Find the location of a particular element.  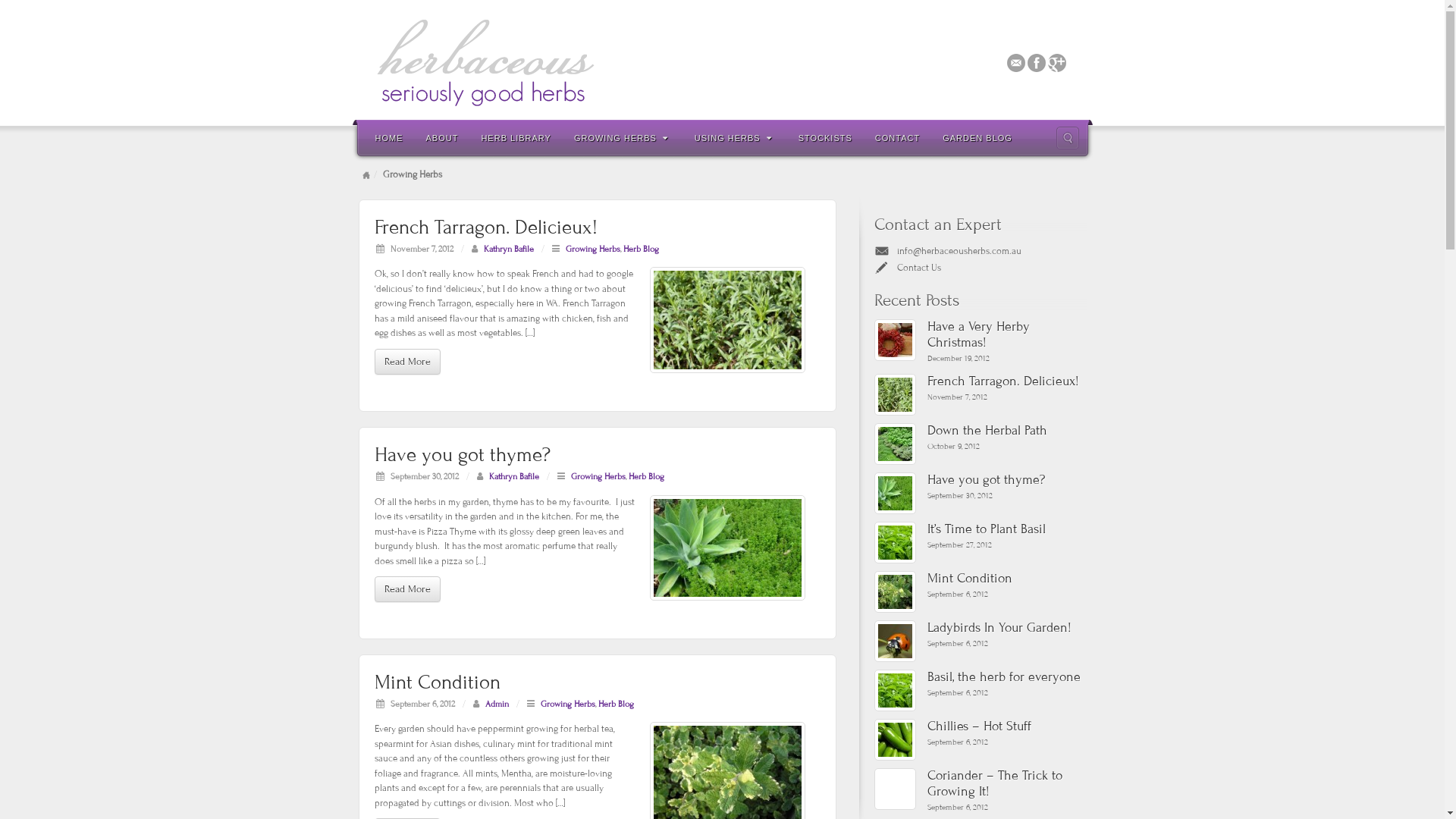

'CONTACT' is located at coordinates (863, 137).